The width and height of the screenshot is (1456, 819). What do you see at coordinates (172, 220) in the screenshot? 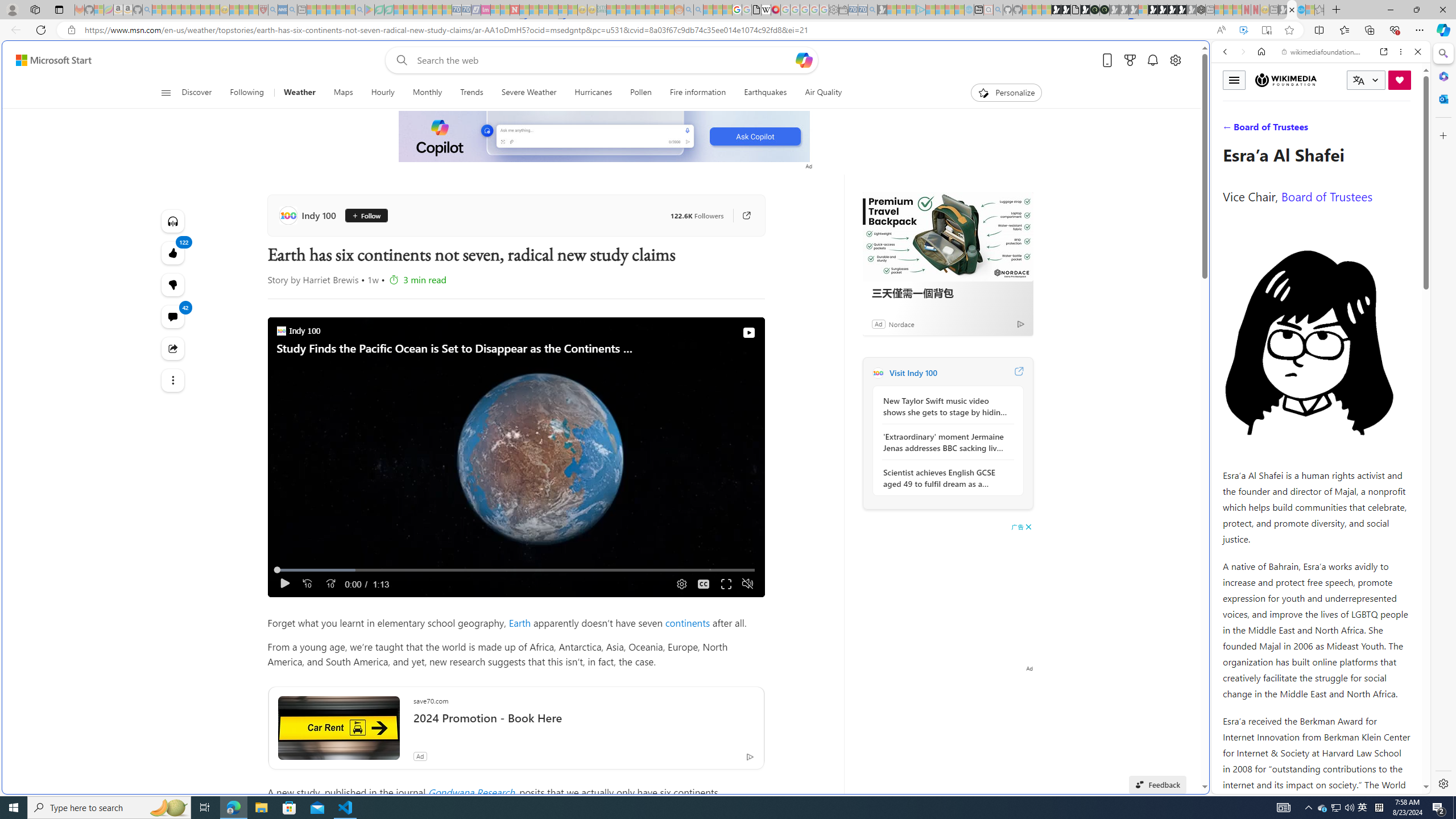
I see `'Listen to this article'` at bounding box center [172, 220].